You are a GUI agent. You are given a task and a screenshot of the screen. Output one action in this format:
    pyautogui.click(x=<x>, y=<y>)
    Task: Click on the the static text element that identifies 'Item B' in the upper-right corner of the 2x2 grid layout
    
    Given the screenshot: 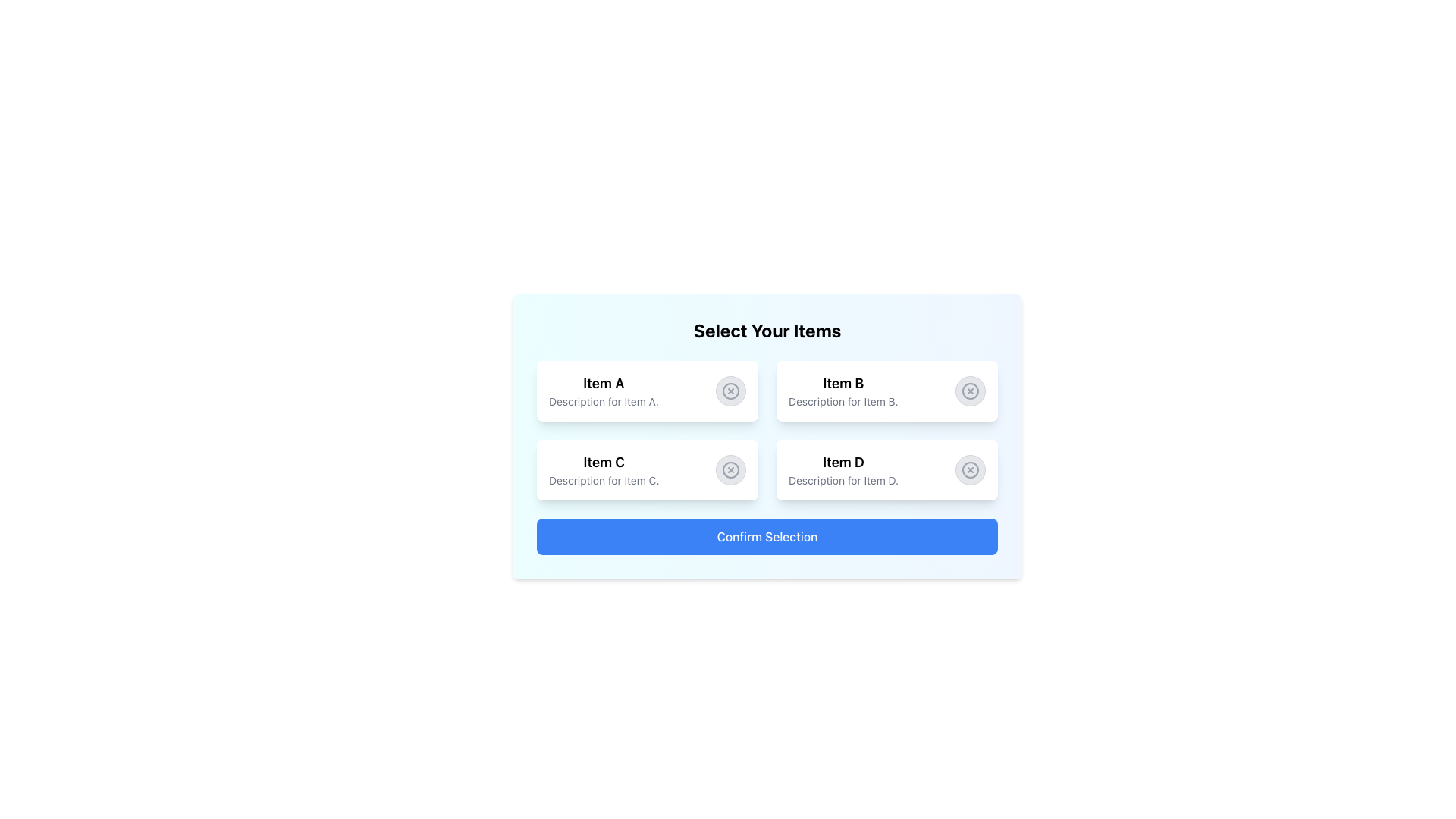 What is the action you would take?
    pyautogui.click(x=843, y=382)
    